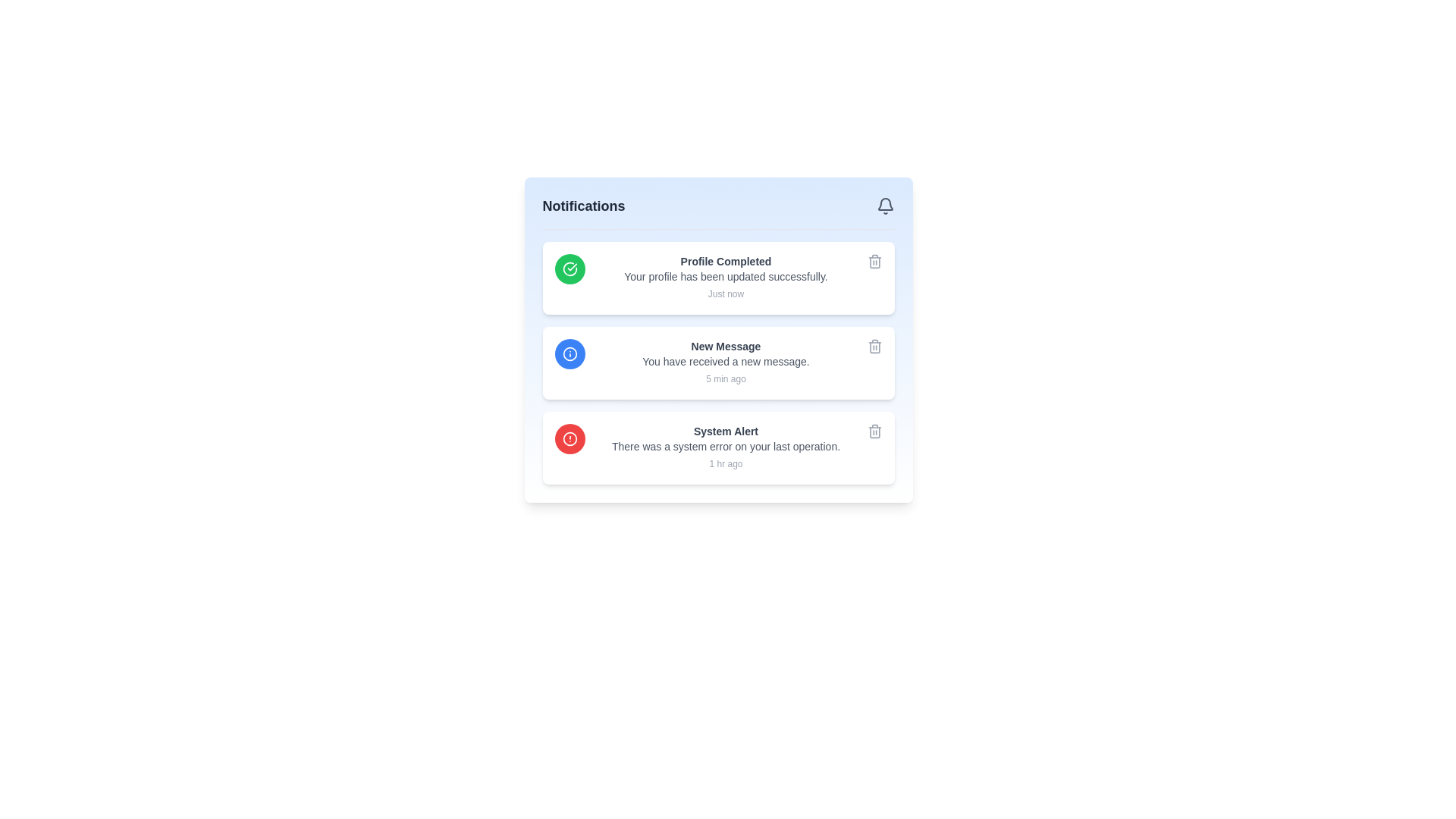 This screenshot has height=819, width=1456. What do you see at coordinates (874, 262) in the screenshot?
I see `the trash bin icon located in the top-right corner of the 'Profile Completed' notification card in the 'Notifications' section` at bounding box center [874, 262].